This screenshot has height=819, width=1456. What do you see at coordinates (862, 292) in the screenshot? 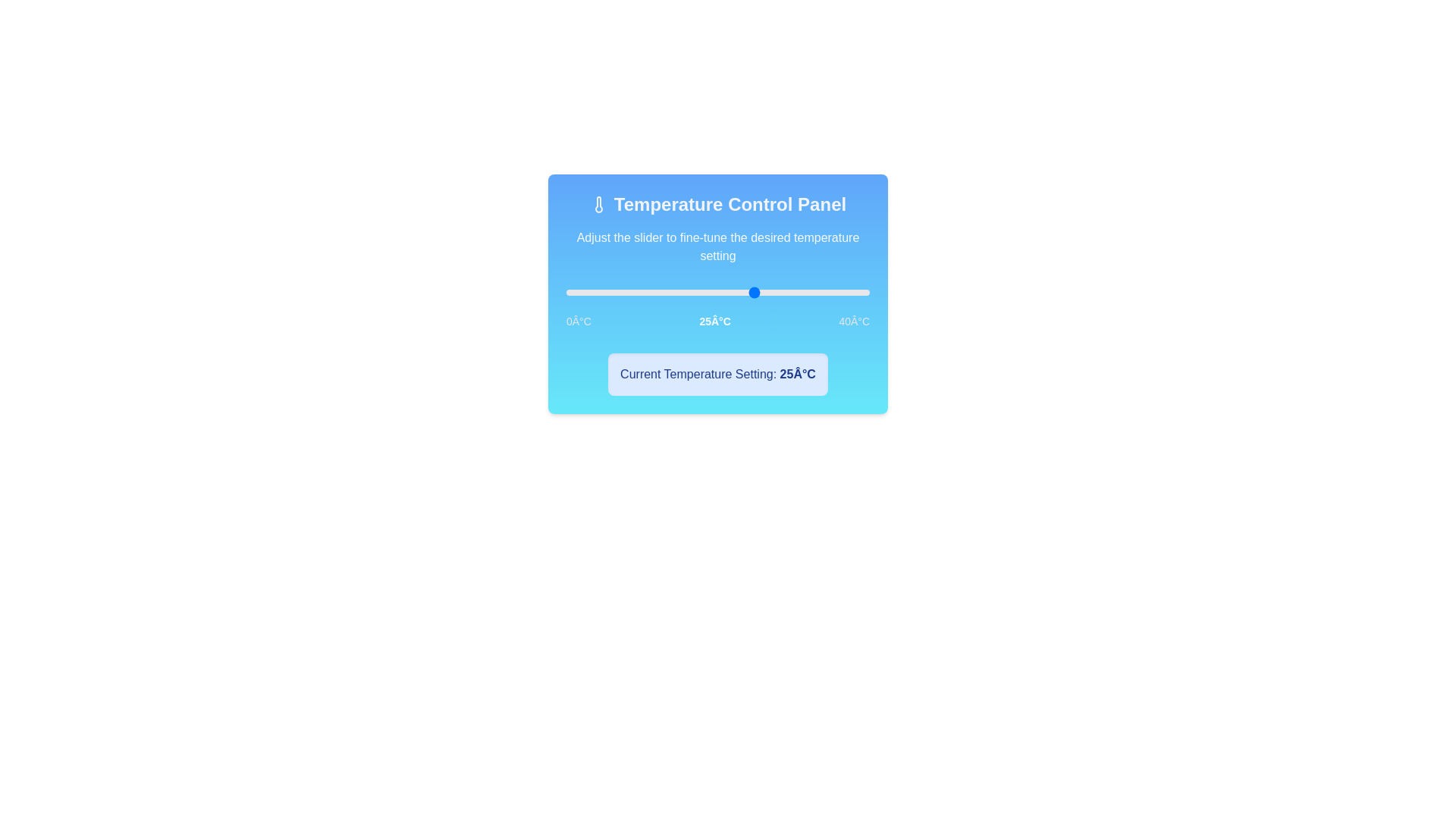
I see `the slider to set the temperature to 39°C` at bounding box center [862, 292].